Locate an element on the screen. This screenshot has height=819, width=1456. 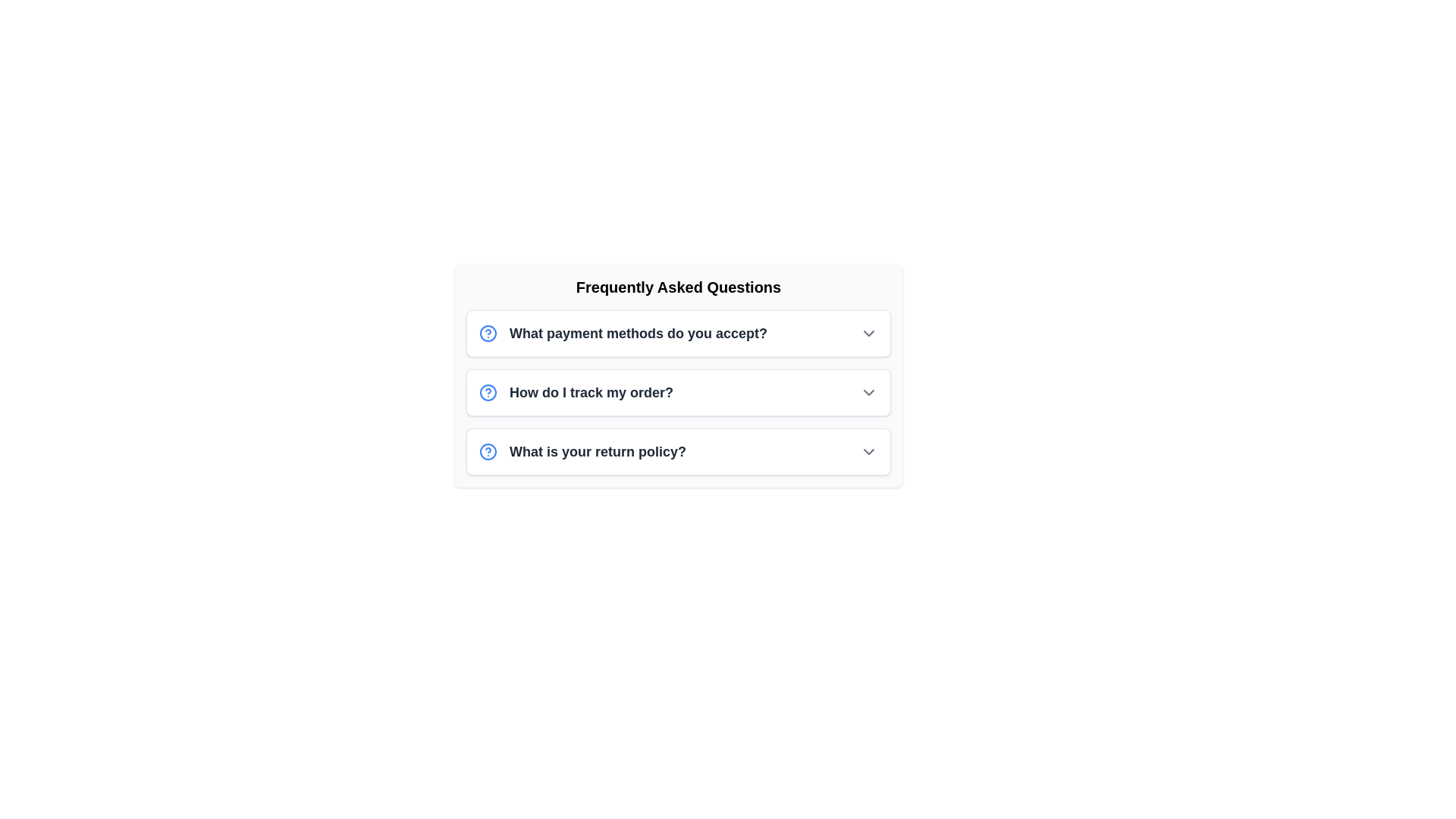
the circular blue icon with a question mark and dot below it, located to the left of the text 'What is your return policy.' is located at coordinates (488, 451).